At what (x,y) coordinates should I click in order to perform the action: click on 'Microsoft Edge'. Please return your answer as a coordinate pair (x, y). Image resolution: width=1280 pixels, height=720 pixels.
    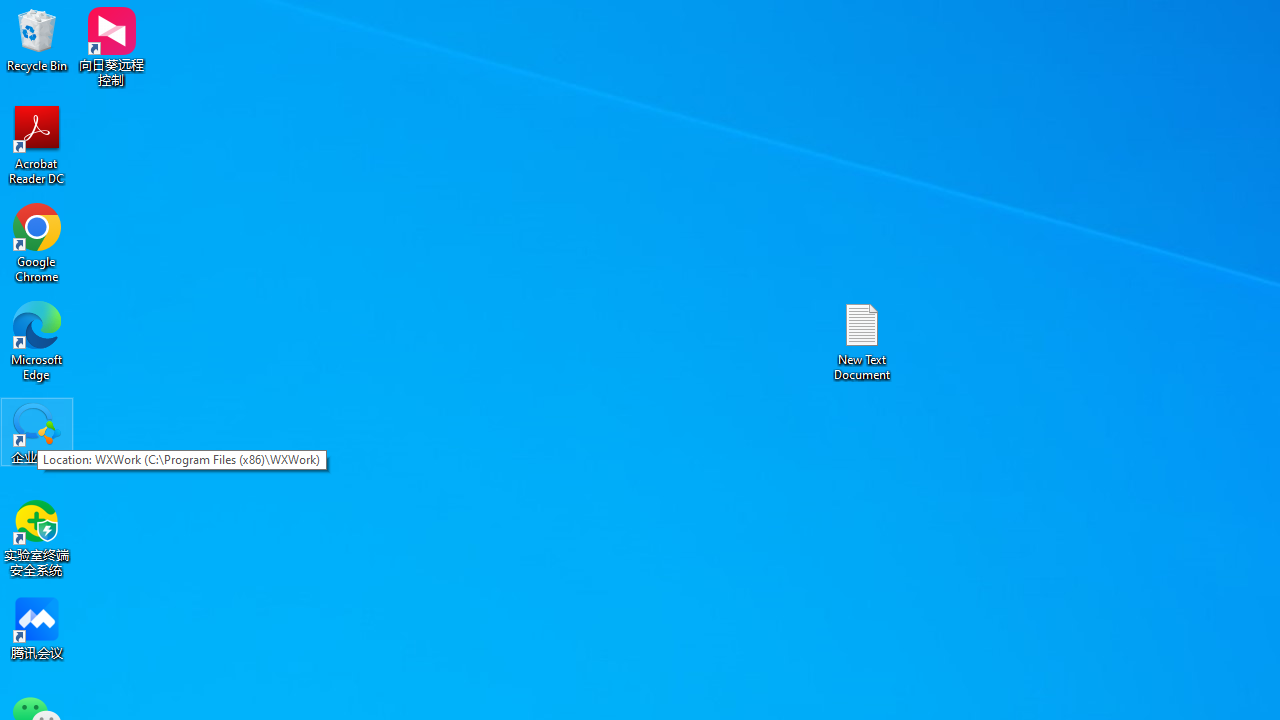
    Looking at the image, I should click on (37, 340).